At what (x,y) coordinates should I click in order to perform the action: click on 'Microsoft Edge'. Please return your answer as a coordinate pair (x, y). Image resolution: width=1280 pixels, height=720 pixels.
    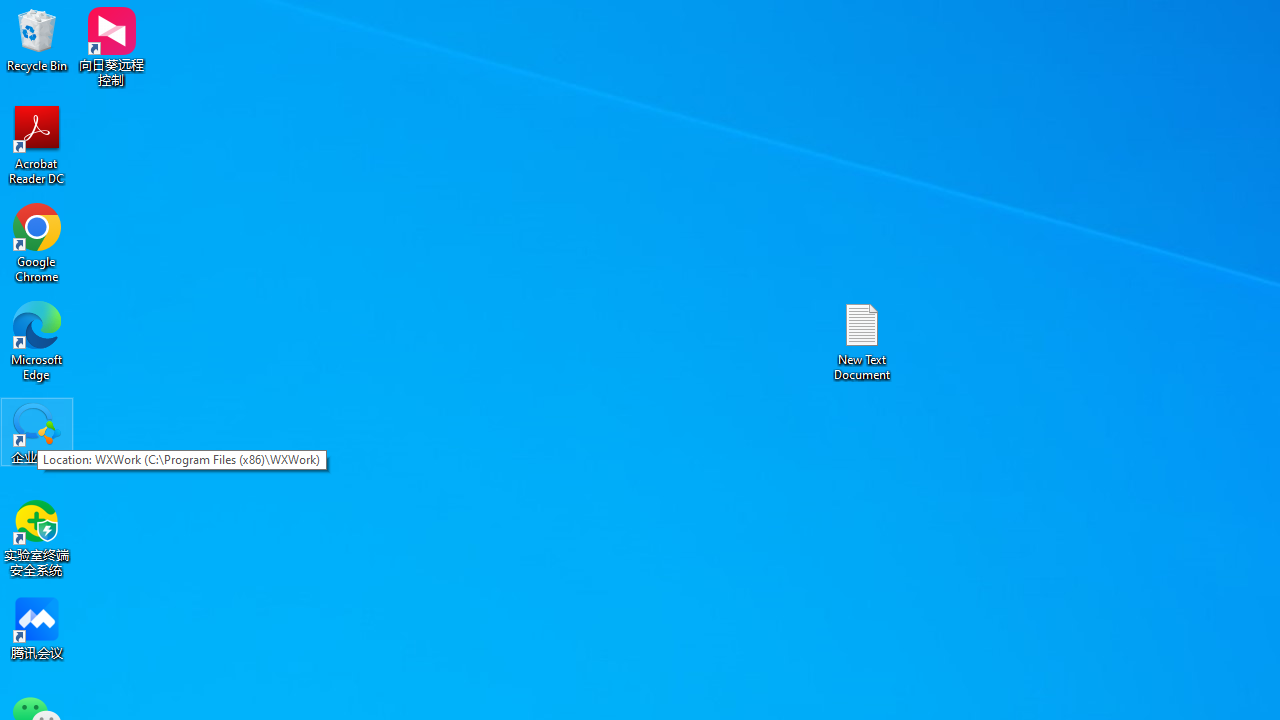
    Looking at the image, I should click on (37, 340).